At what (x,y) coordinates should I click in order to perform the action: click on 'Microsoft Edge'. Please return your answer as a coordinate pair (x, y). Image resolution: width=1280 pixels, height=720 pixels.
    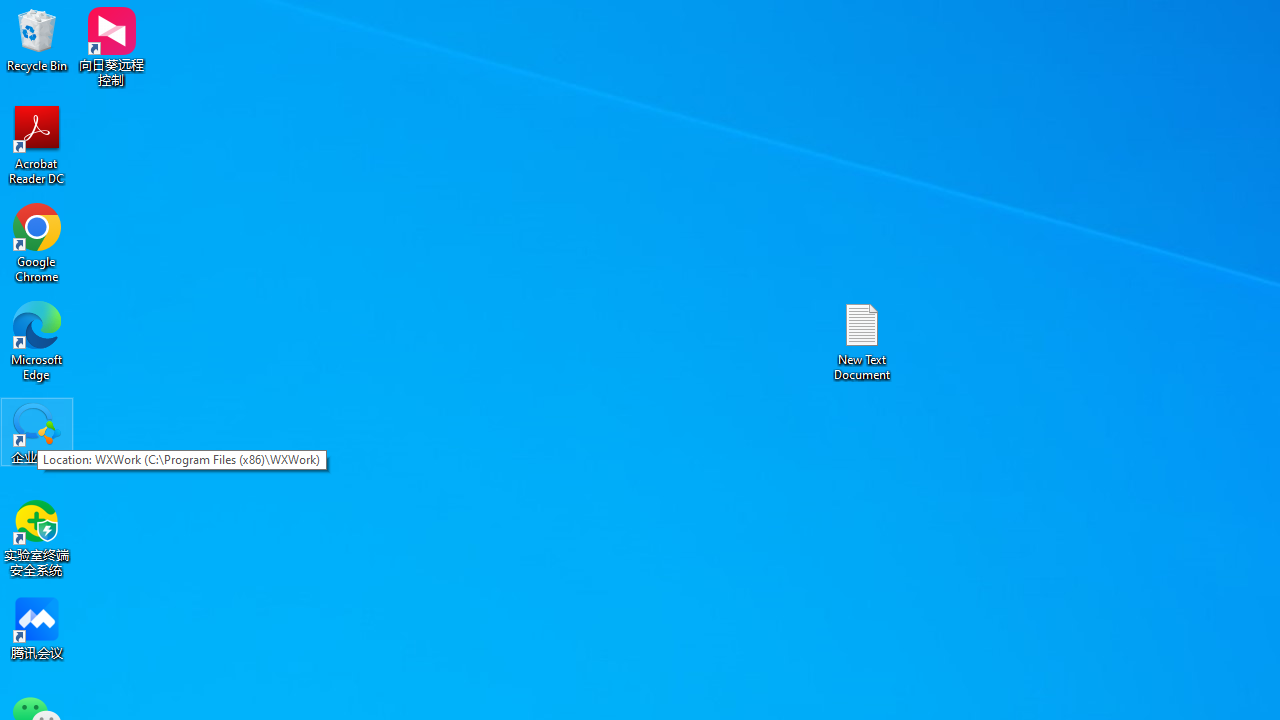
    Looking at the image, I should click on (37, 340).